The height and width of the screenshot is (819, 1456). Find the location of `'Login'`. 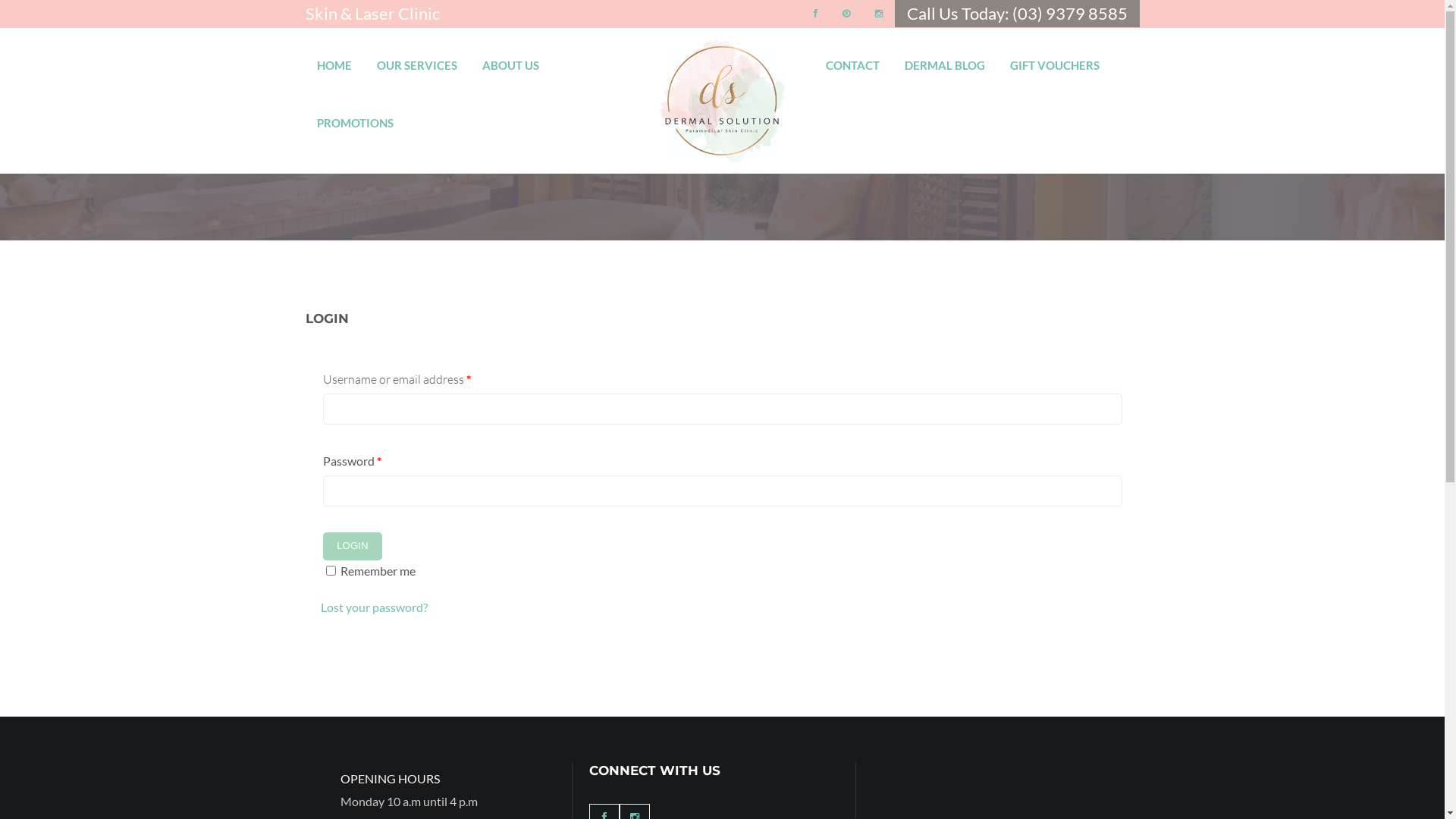

'Login' is located at coordinates (352, 546).